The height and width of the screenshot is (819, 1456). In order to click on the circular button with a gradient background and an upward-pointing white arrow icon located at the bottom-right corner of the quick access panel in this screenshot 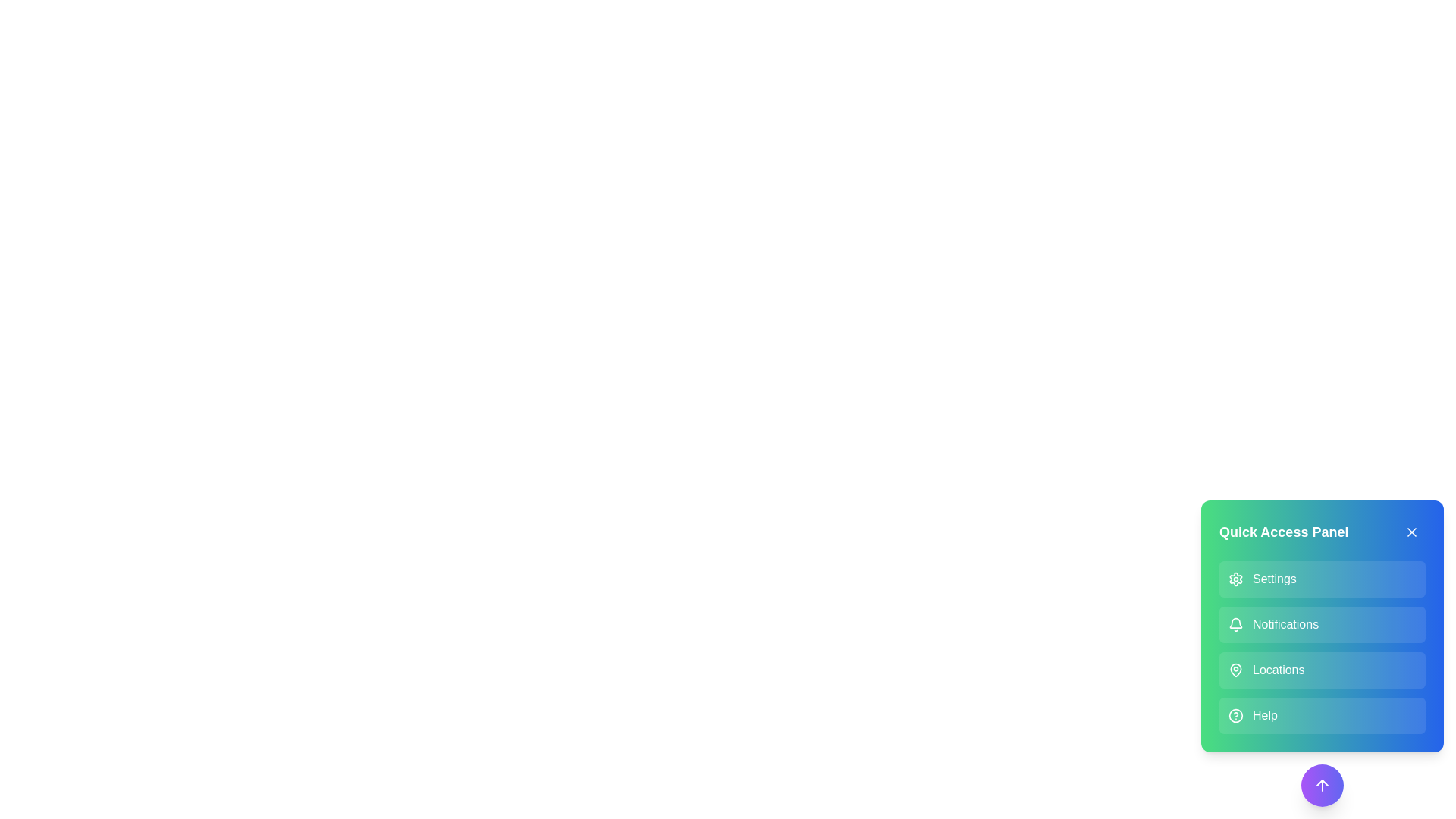, I will do `click(1321, 785)`.